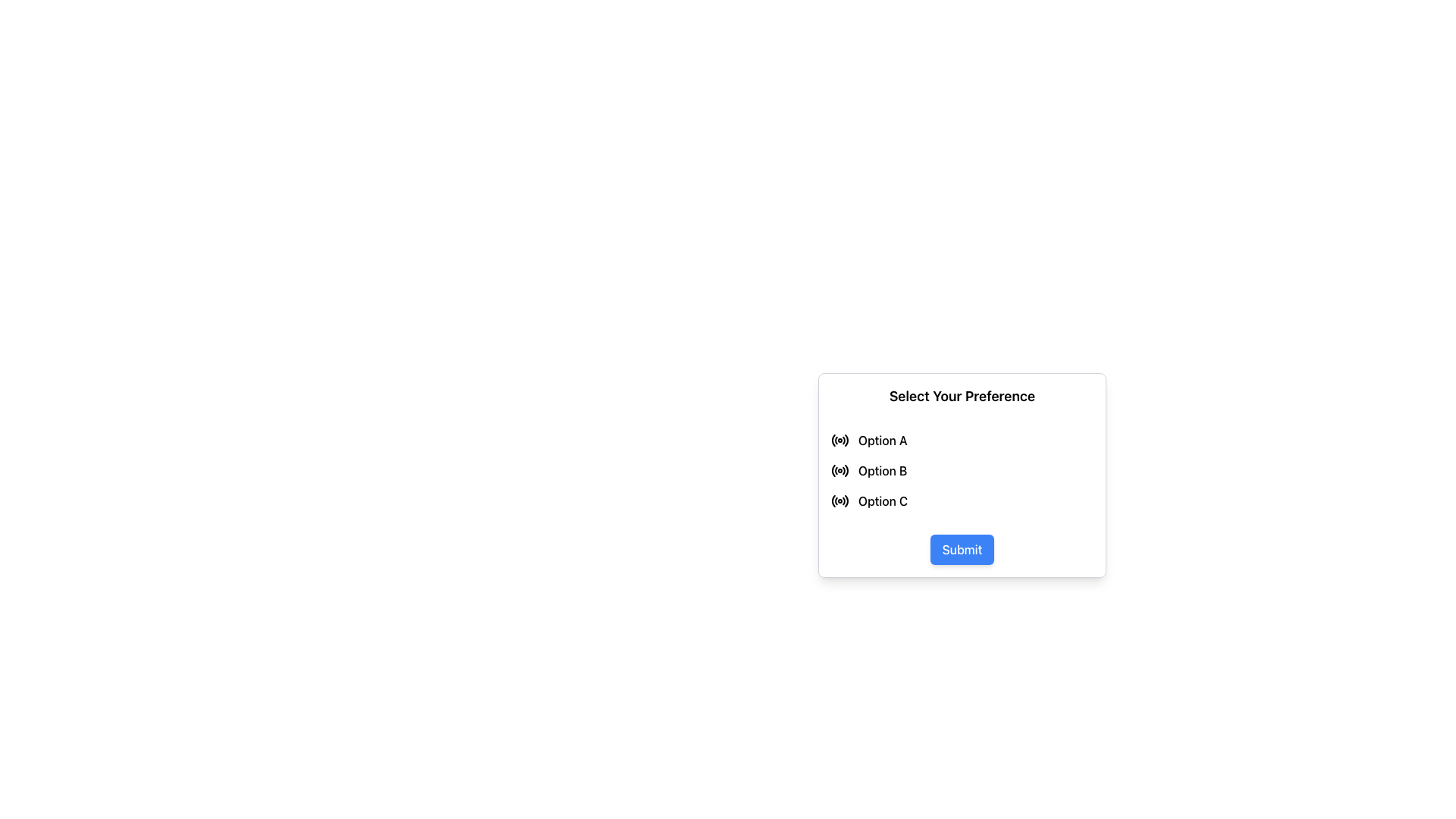  Describe the element at coordinates (961, 470) in the screenshot. I see `the radio button group containing options 'Option A', 'Option B', and 'Option C' using keyboard navigation` at that location.